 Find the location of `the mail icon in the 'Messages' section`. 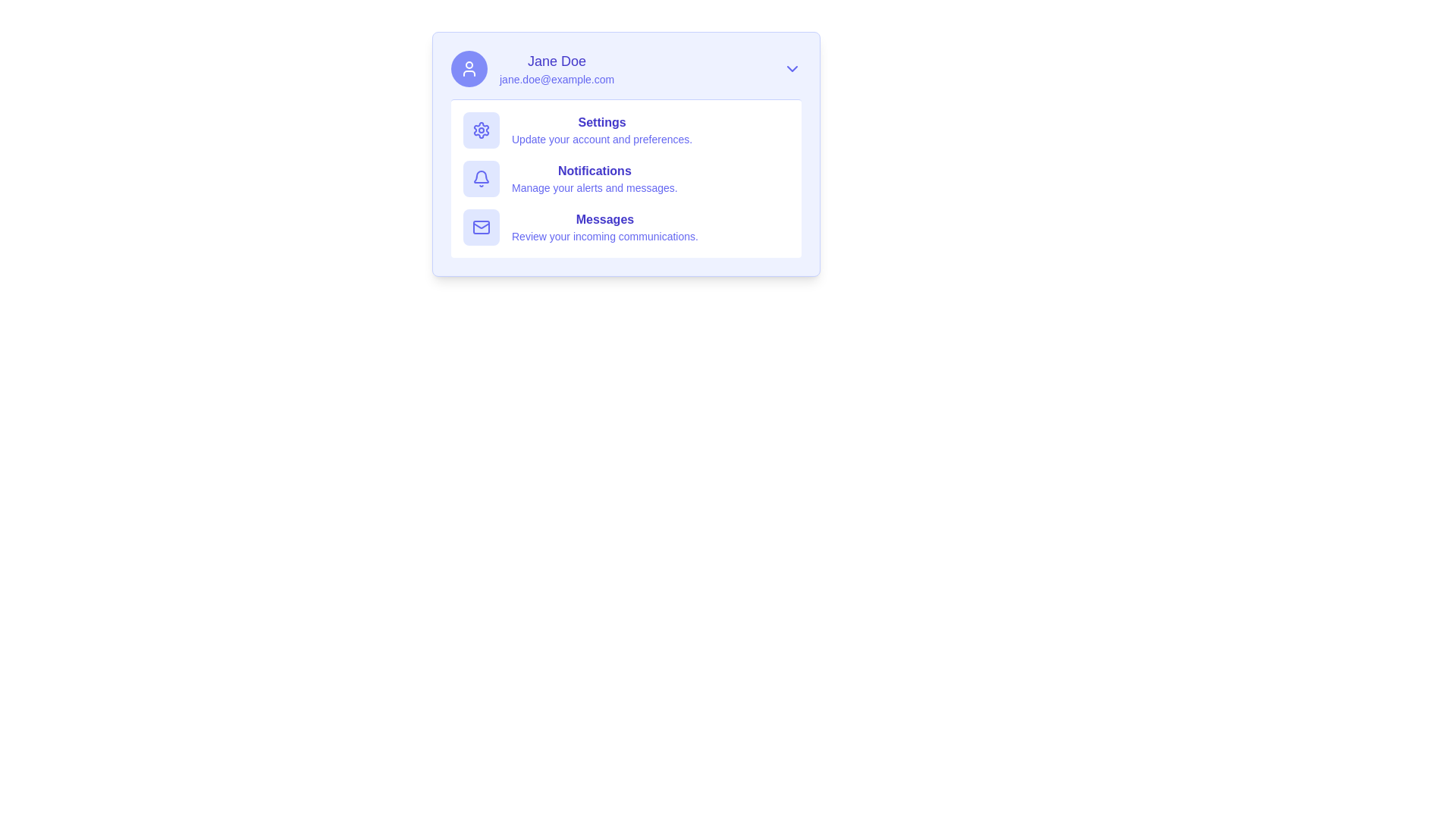

the mail icon in the 'Messages' section is located at coordinates (626, 227).